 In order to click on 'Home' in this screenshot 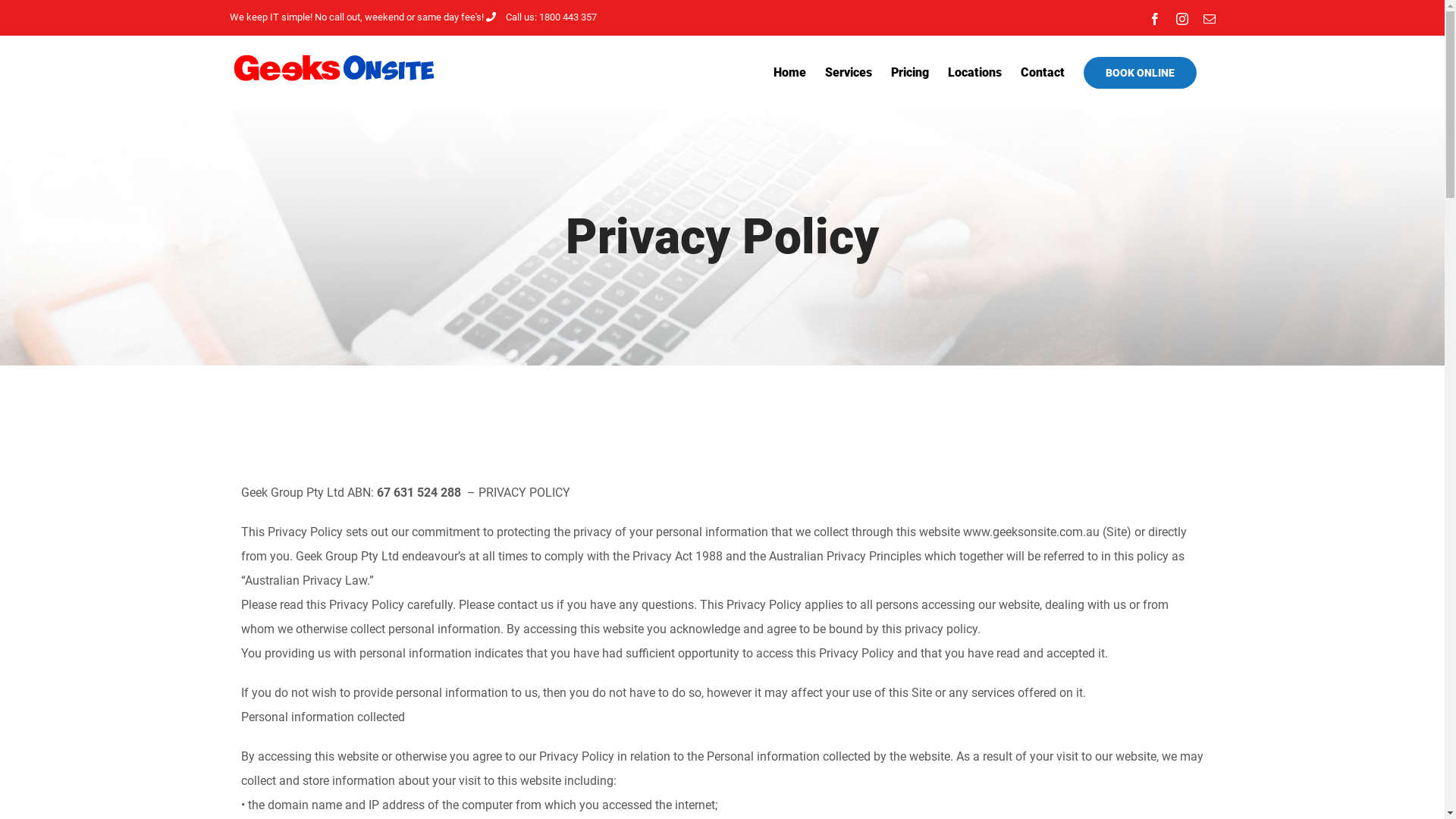, I will do `click(789, 72)`.